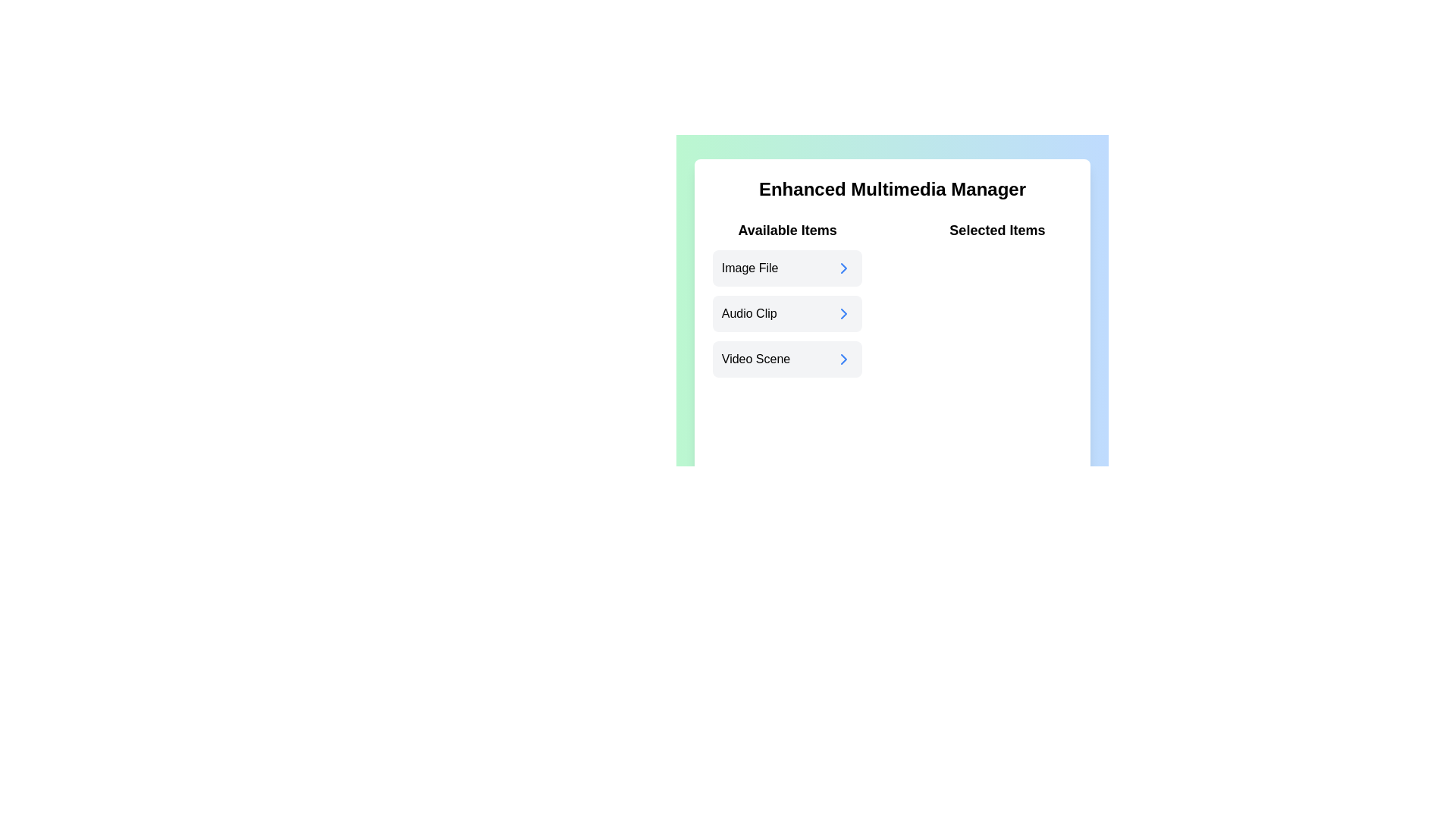 The height and width of the screenshot is (819, 1456). Describe the element at coordinates (786, 268) in the screenshot. I see `the 'Image File' selectable card item located in the 'Available Items' section` at that location.